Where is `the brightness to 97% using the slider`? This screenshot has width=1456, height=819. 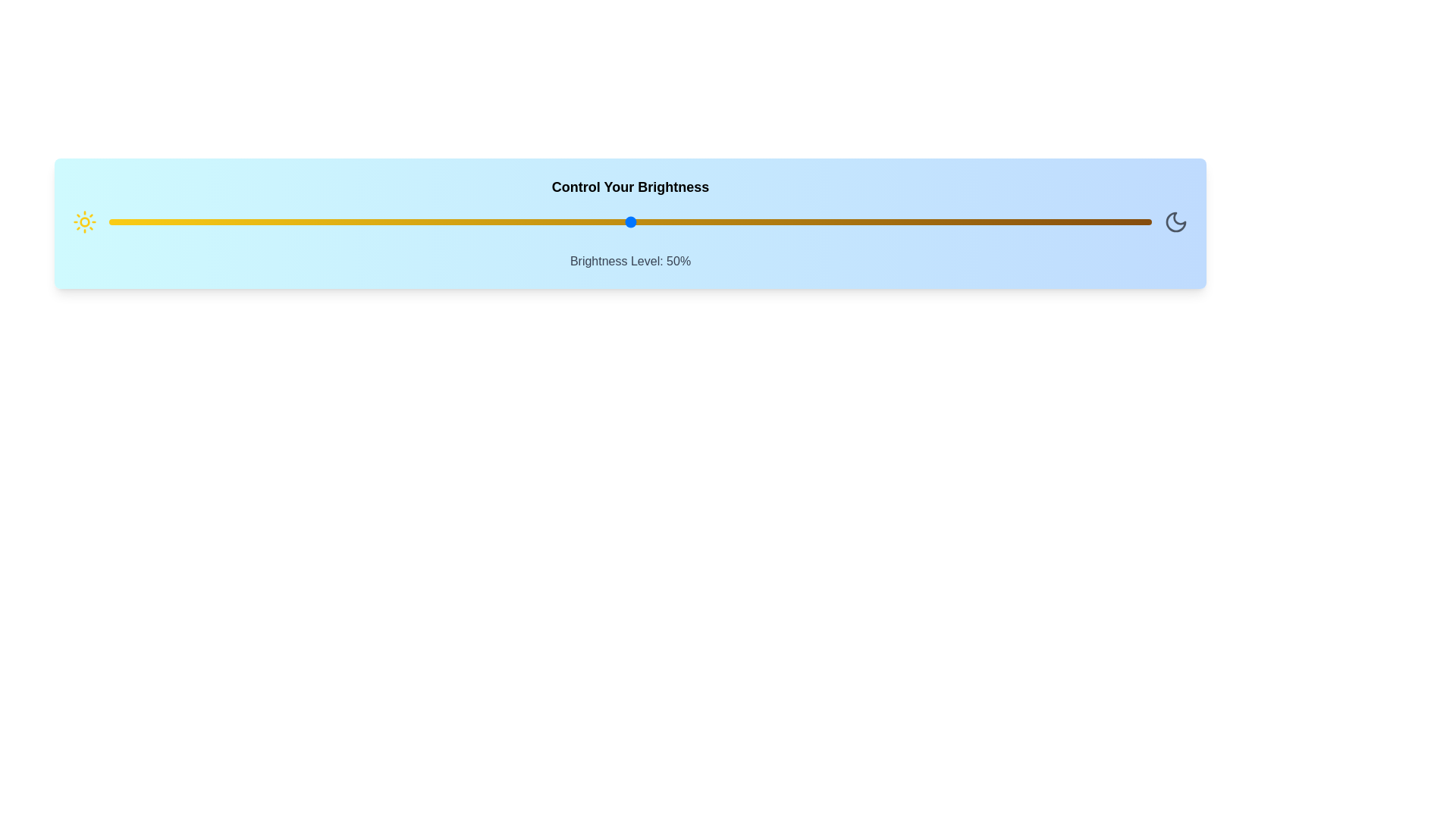 the brightness to 97% using the slider is located at coordinates (1120, 222).